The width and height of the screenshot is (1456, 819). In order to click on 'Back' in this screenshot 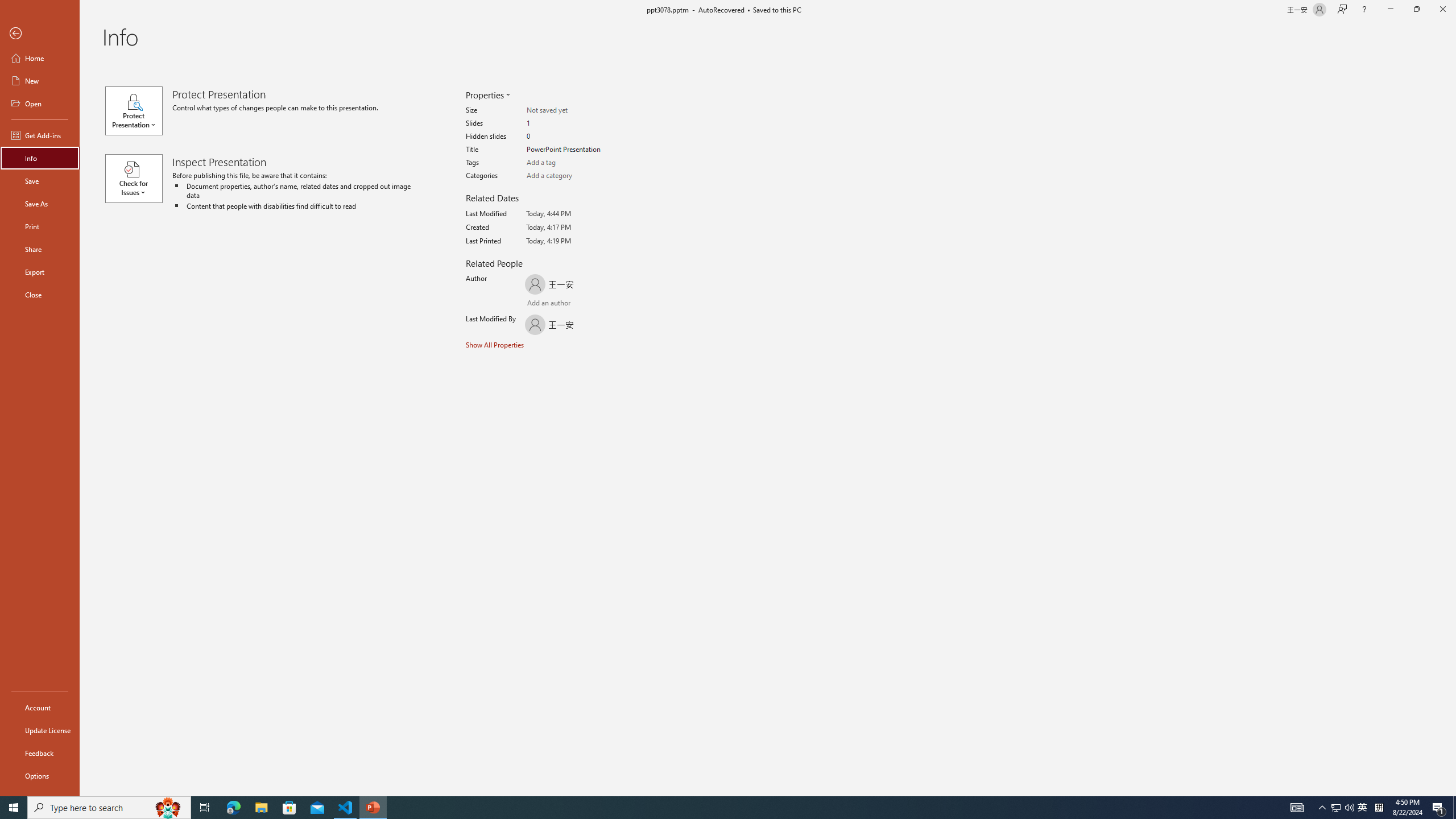, I will do `click(39, 33)`.